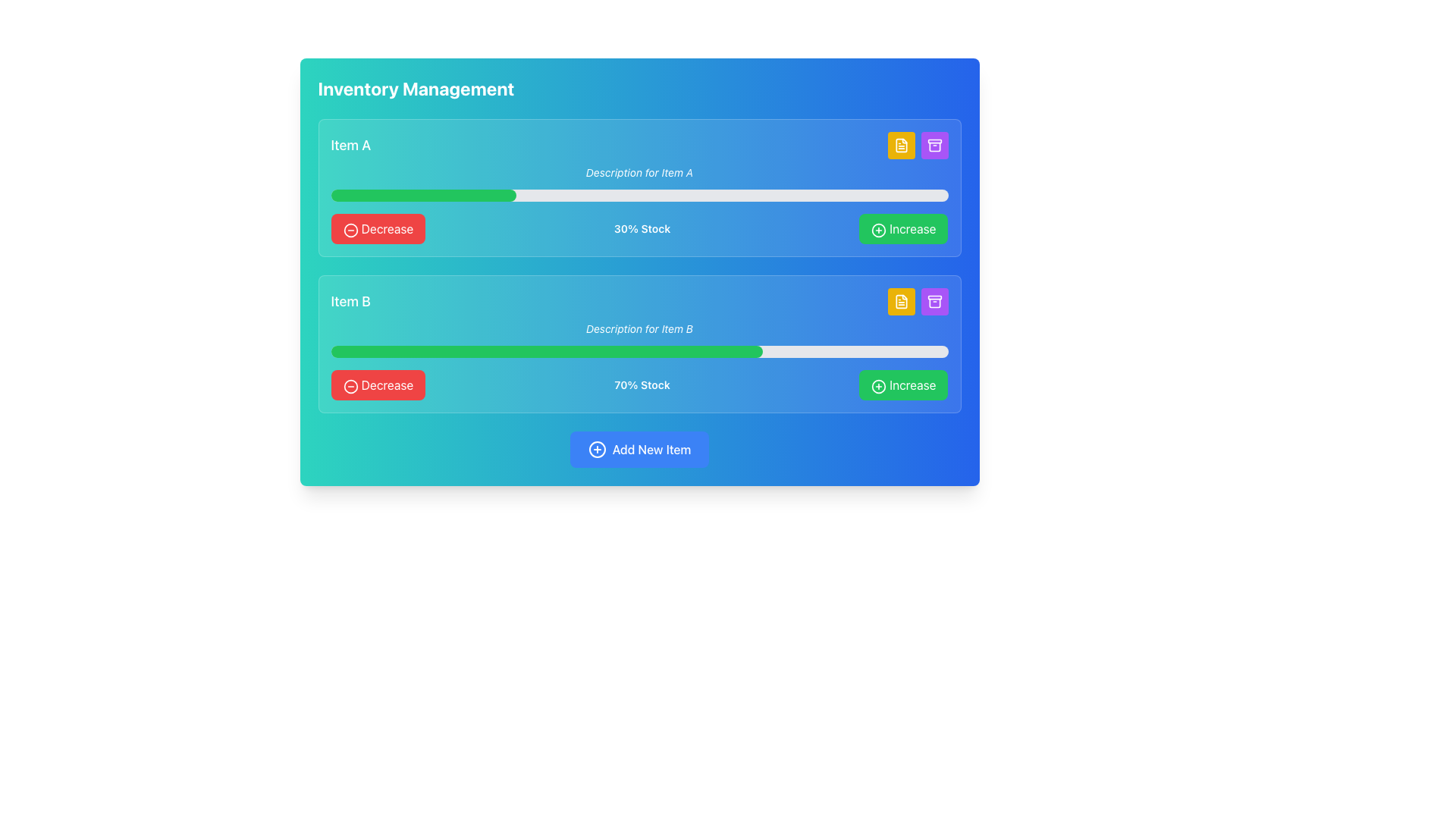 Image resolution: width=1456 pixels, height=819 pixels. What do you see at coordinates (596, 449) in the screenshot?
I see `the circular icon associated with the 'Add New Item' button, which is located on the left side of the button text` at bounding box center [596, 449].